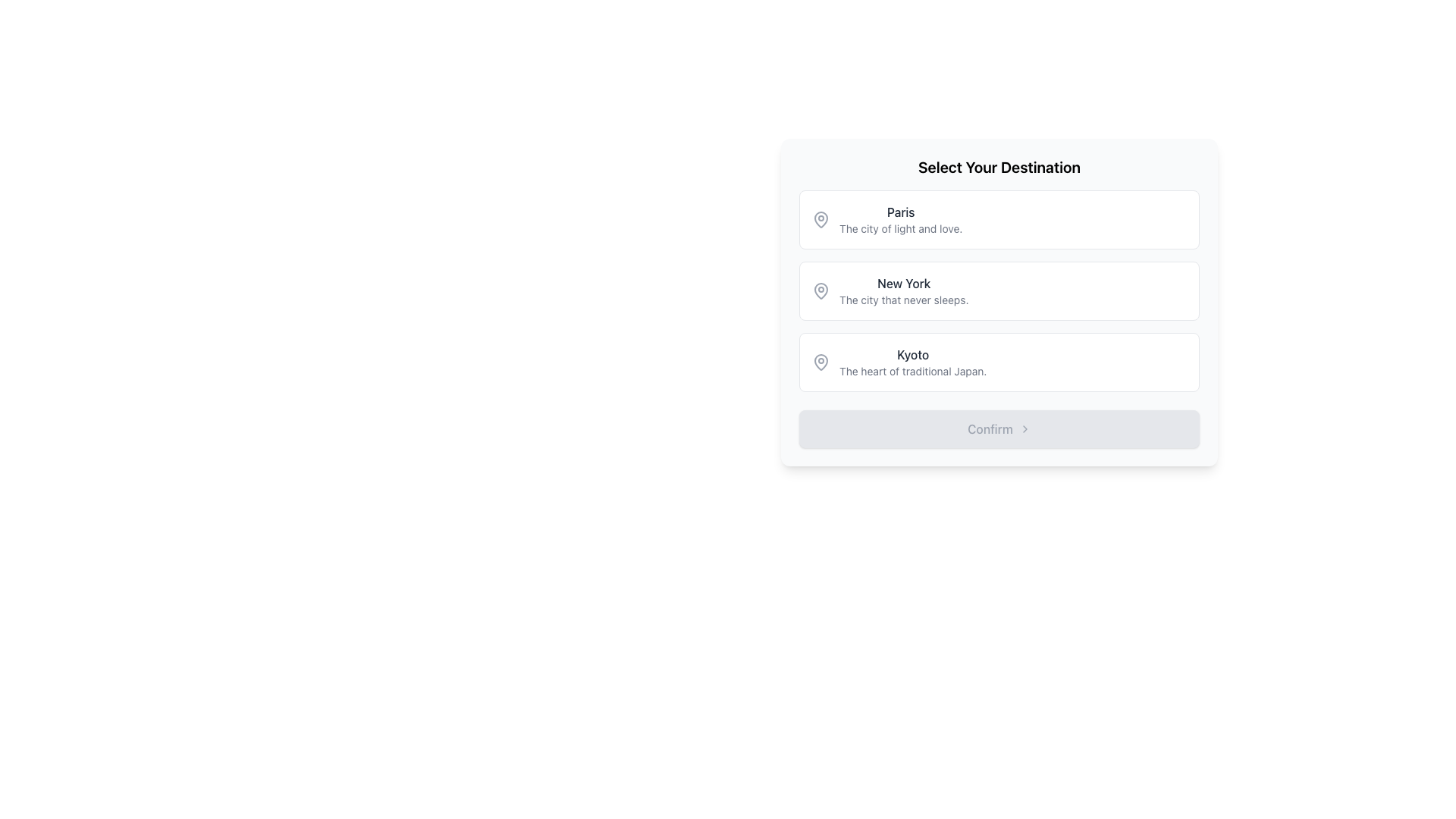 This screenshot has height=819, width=1456. I want to click on text label indicating 'Paris' as the first destination option in the selection list, located at the top of the rectangular card, so click(901, 212).